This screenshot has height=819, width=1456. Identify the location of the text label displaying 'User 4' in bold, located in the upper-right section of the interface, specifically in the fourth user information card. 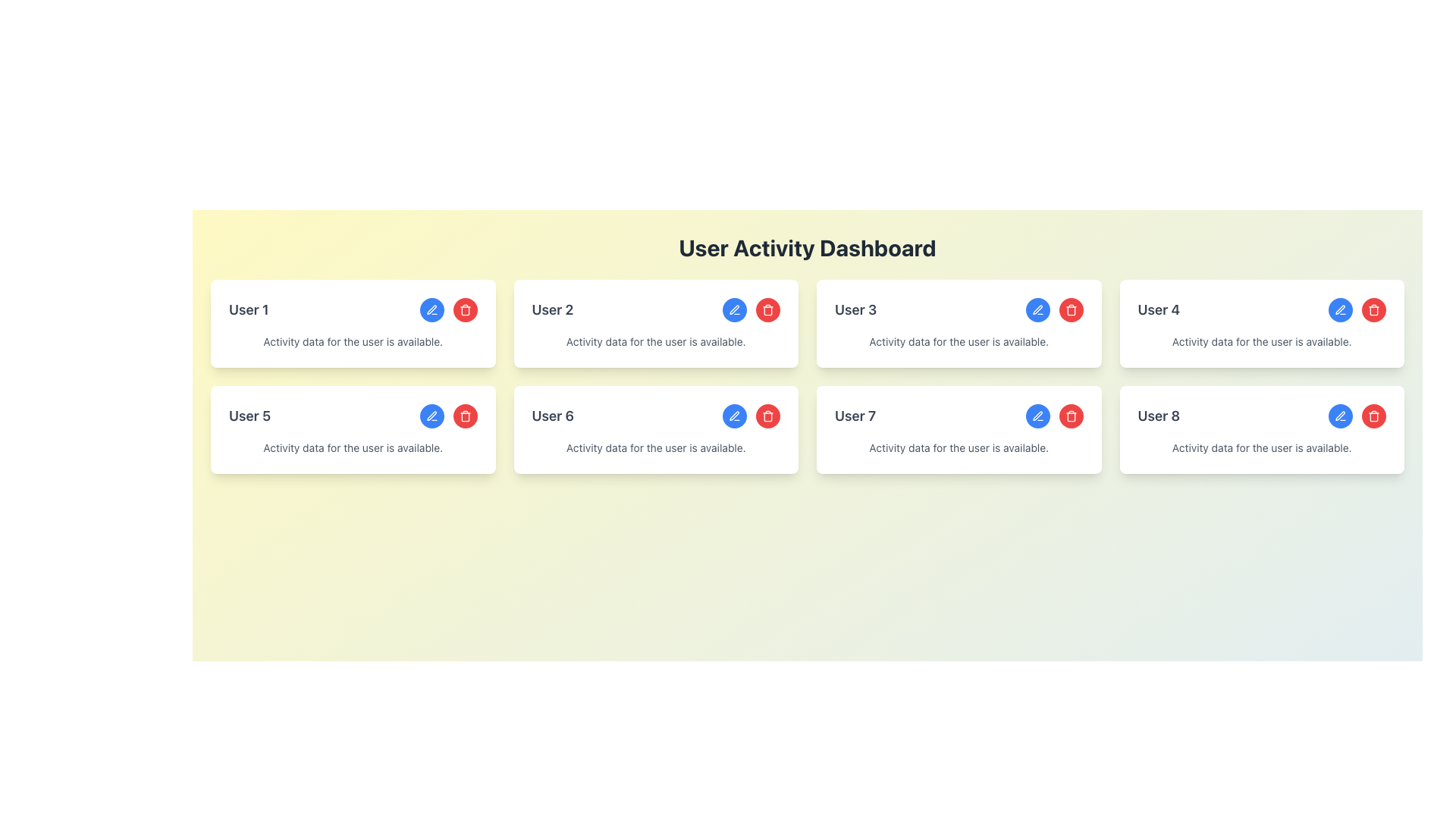
(1158, 309).